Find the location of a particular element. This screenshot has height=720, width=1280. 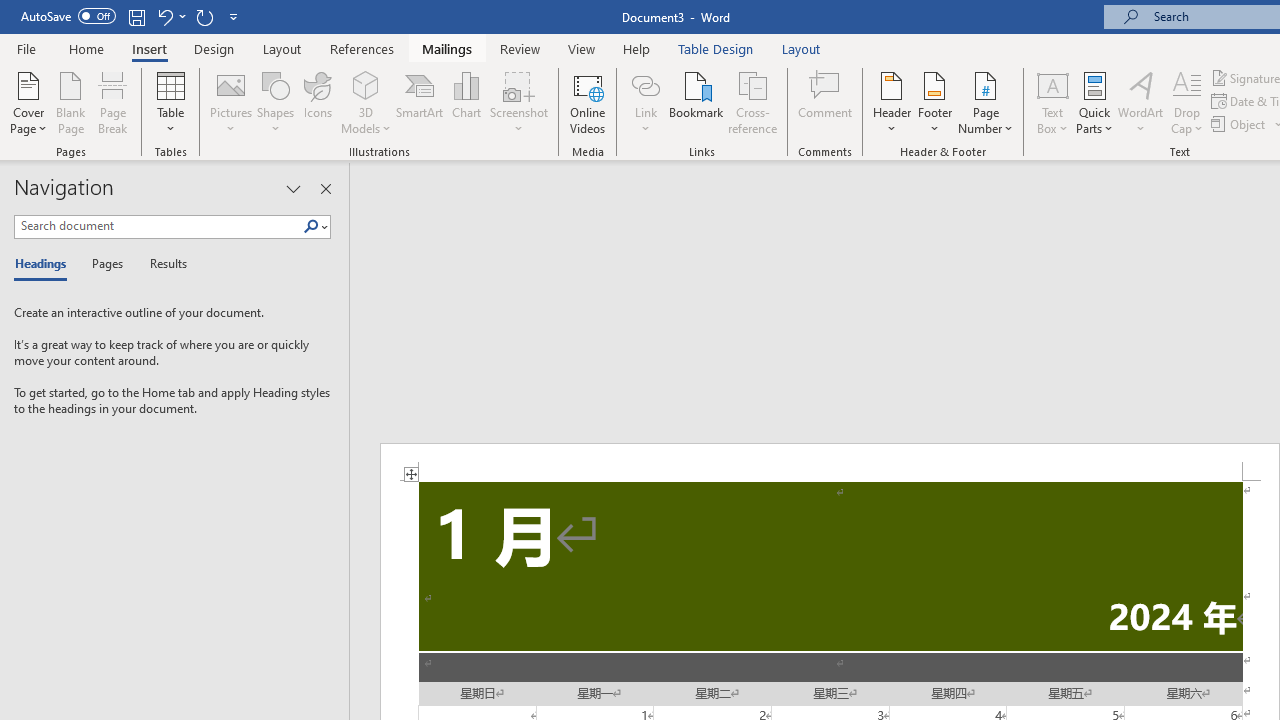

'Pictures' is located at coordinates (231, 103).